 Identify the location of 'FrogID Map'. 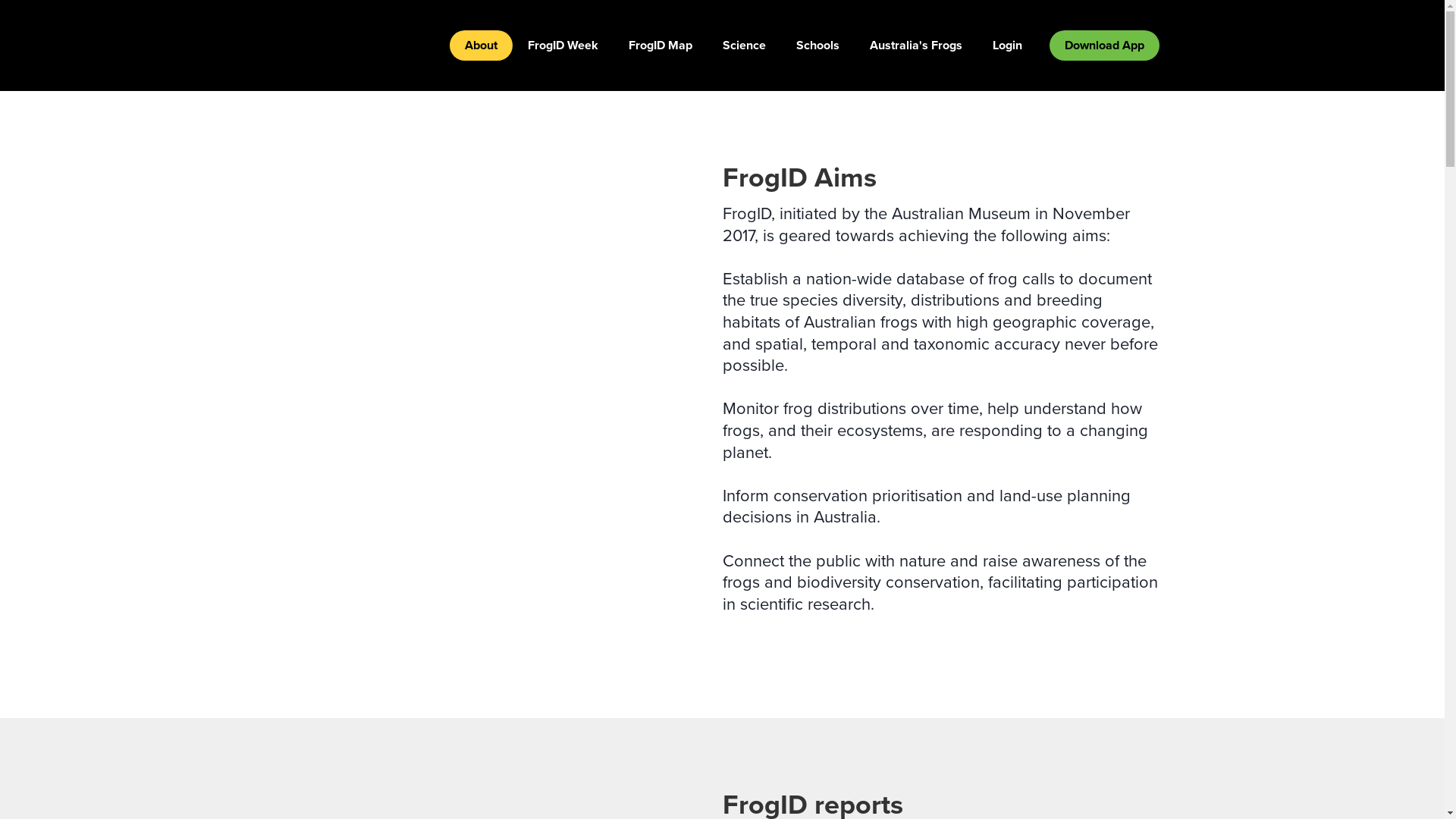
(612, 43).